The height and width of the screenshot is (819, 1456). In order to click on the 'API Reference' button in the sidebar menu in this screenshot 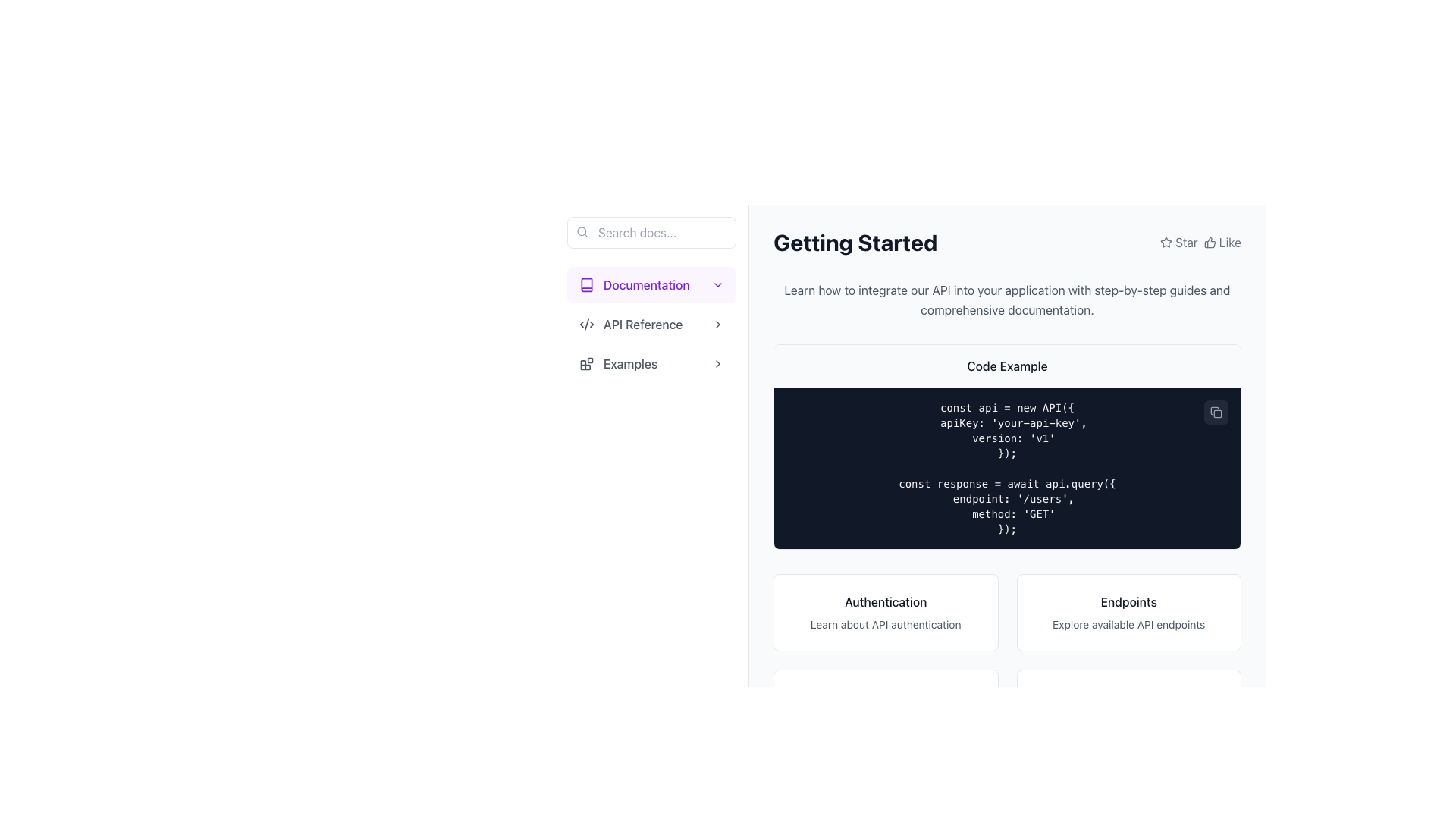, I will do `click(651, 324)`.